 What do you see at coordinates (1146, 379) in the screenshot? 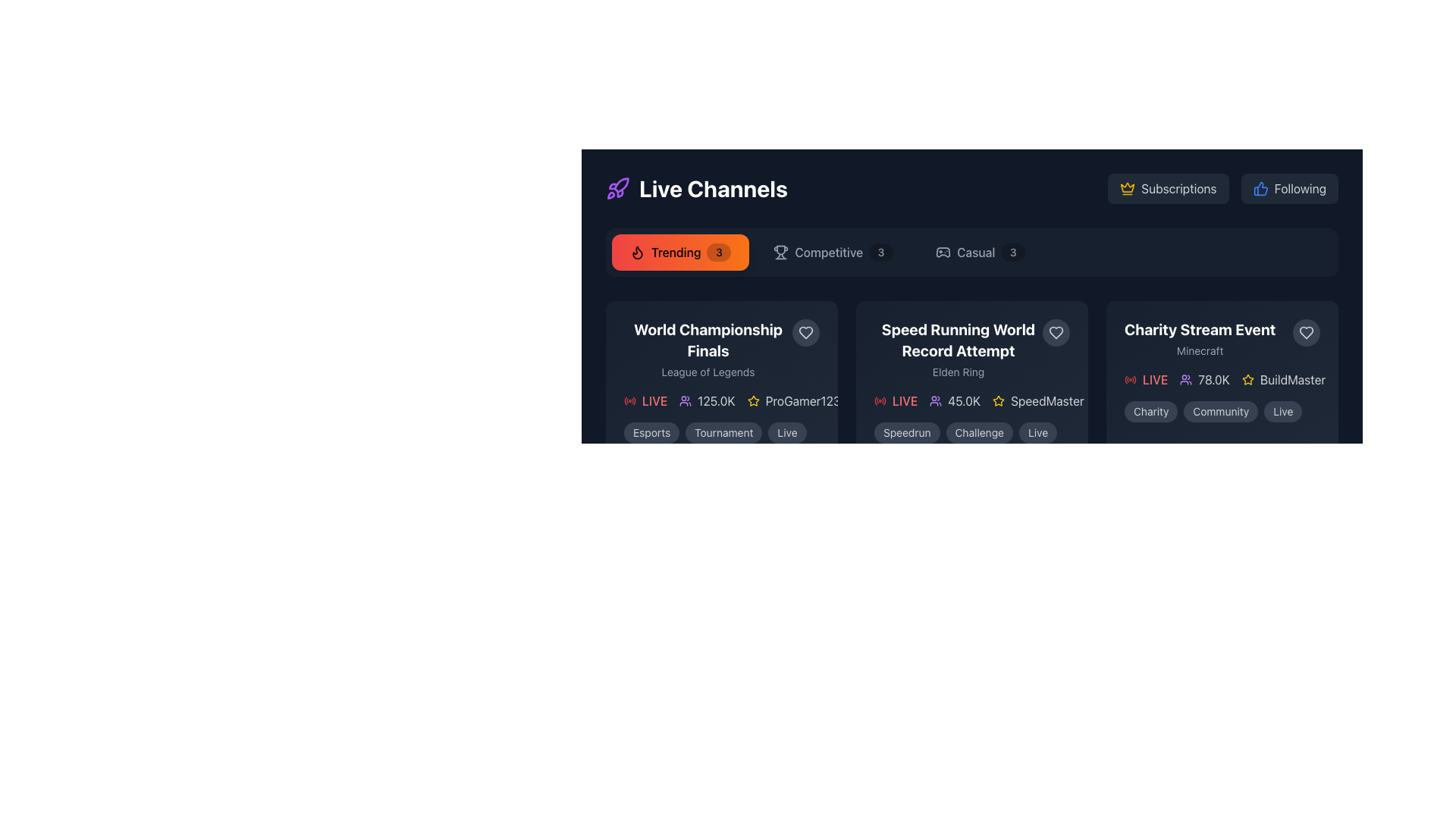
I see `the red 'LIVE' label with a broadcasting signal icon located at the top-left side of the 'Charity Stream Event' card's details section` at bounding box center [1146, 379].